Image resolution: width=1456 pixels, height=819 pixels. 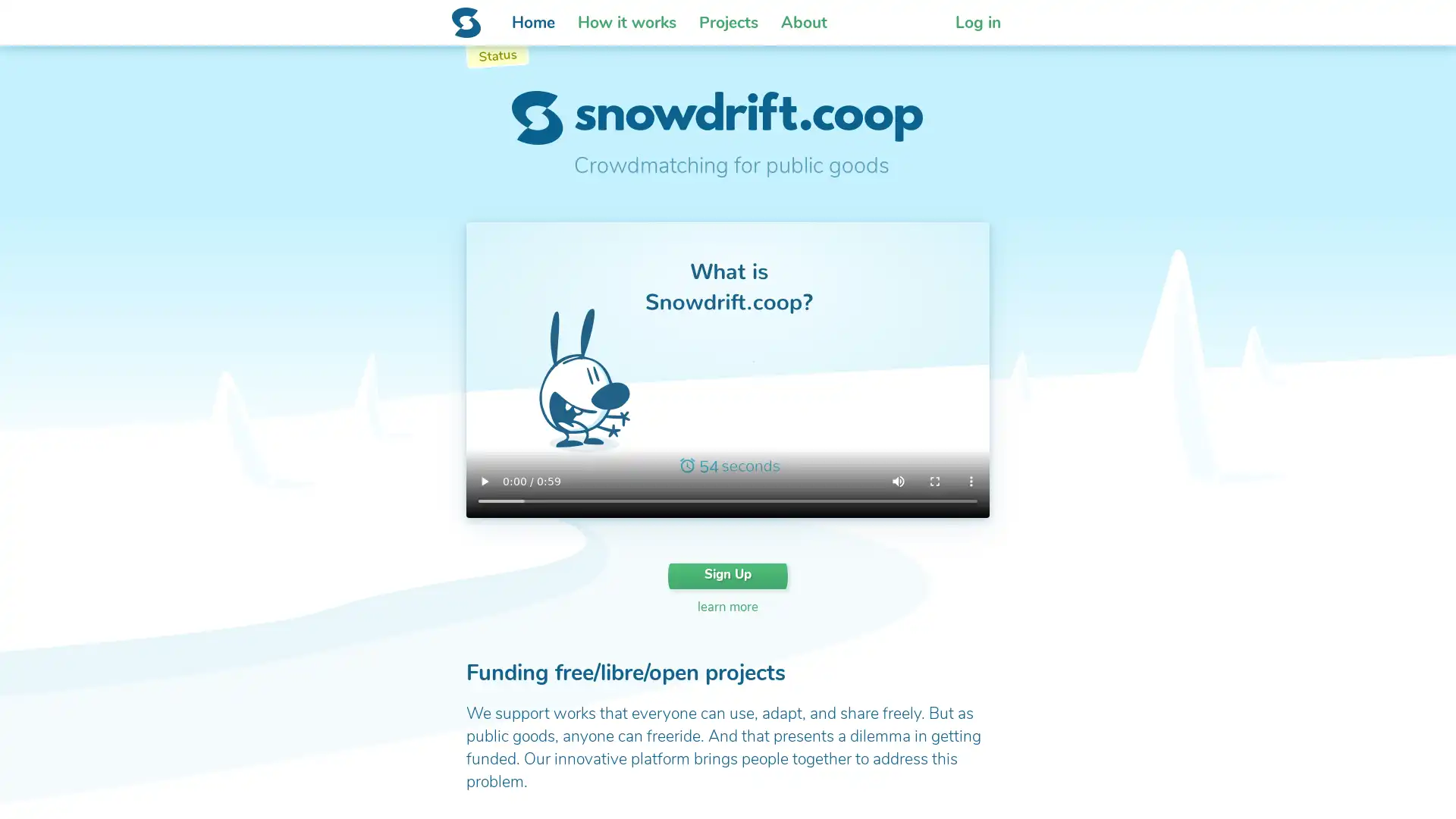 I want to click on enter full screen, so click(x=934, y=482).